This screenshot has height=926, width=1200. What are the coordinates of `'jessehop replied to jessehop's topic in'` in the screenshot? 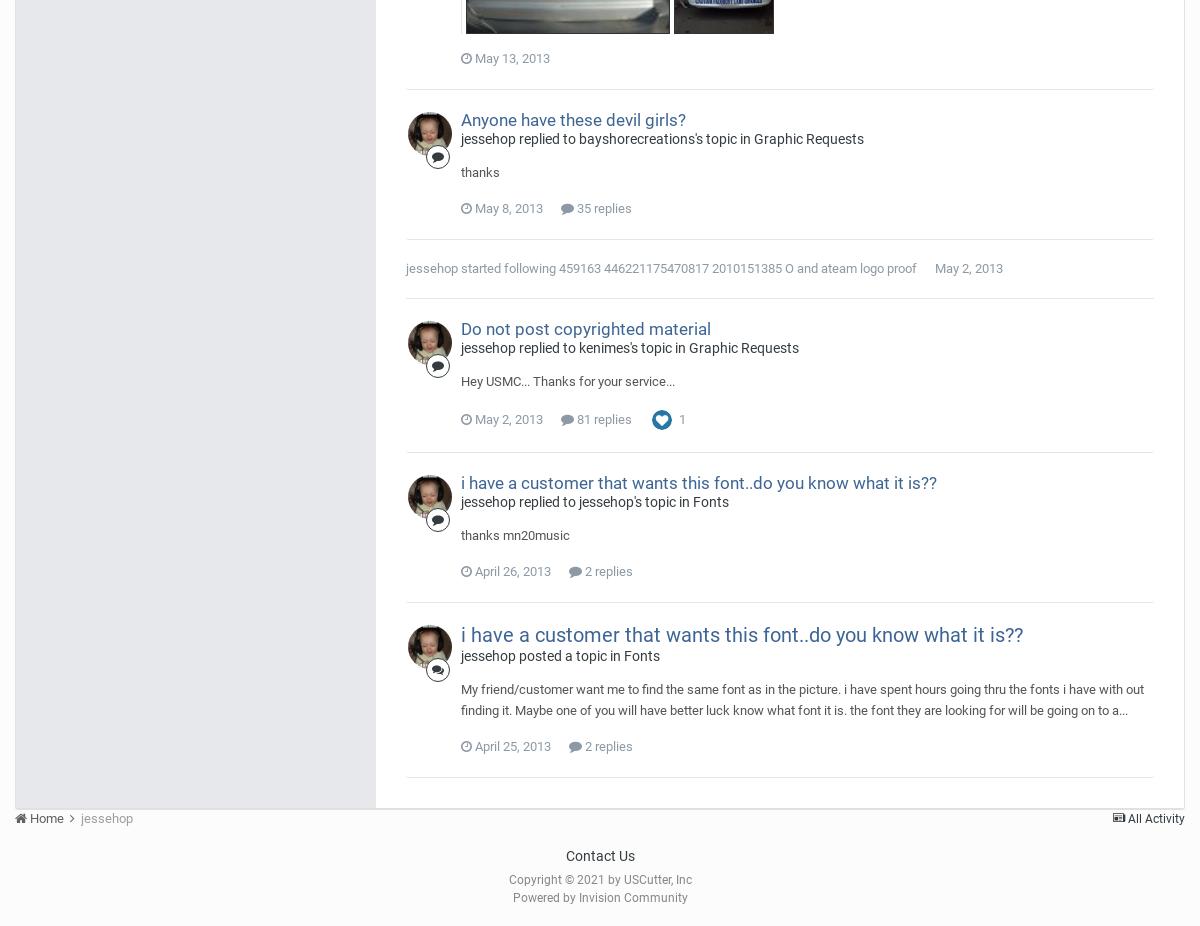 It's located at (575, 500).